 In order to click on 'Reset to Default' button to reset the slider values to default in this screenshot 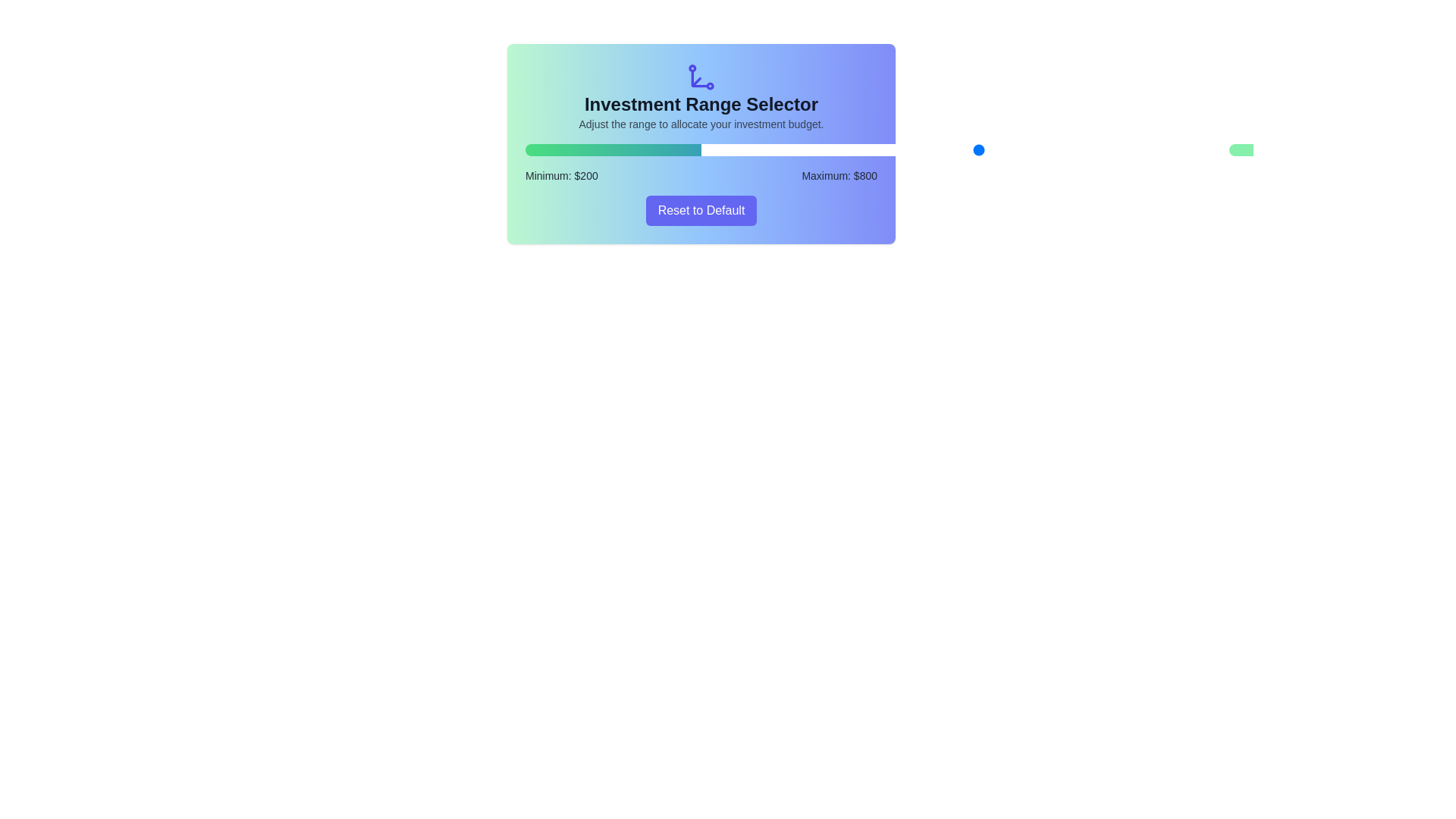, I will do `click(701, 210)`.